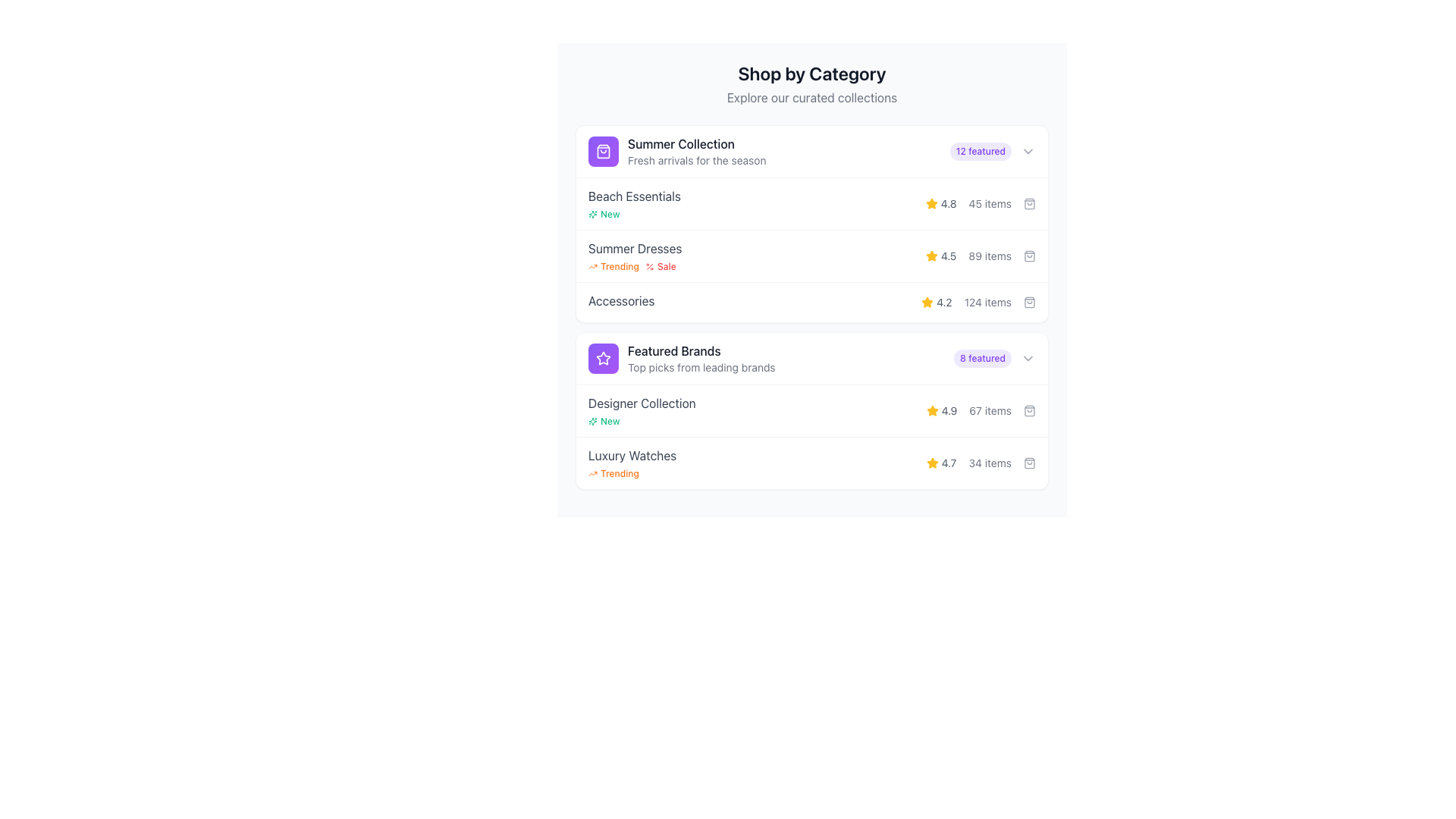  What do you see at coordinates (936, 302) in the screenshot?
I see `the rating element displaying a gold star icon and the number '4.2', located on the right side of the 'Accessories' entry in the 'Shop by Category' section` at bounding box center [936, 302].